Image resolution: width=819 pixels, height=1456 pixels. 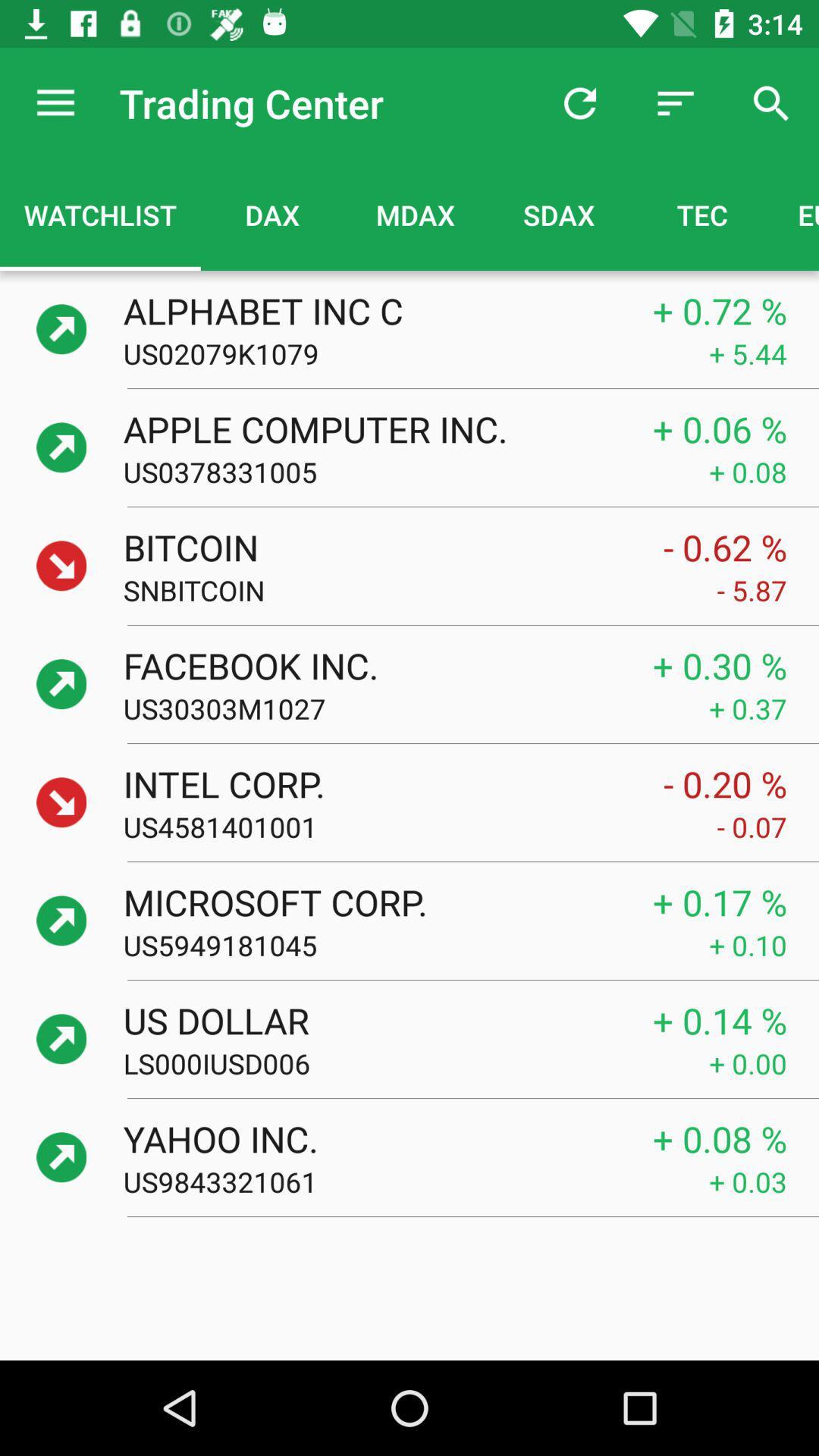 What do you see at coordinates (416, 471) in the screenshot?
I see `icon next to the + 0.08 item` at bounding box center [416, 471].